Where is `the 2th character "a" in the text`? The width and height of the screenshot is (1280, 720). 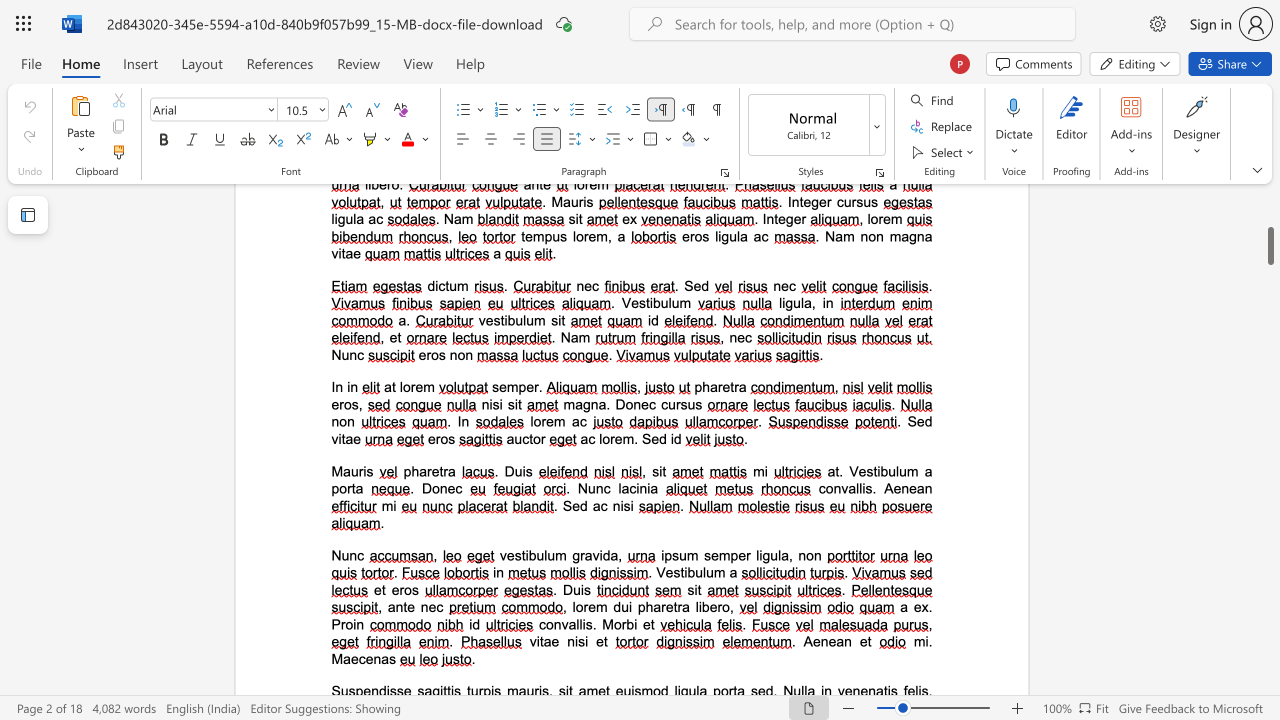 the 2th character "a" in the text is located at coordinates (927, 471).